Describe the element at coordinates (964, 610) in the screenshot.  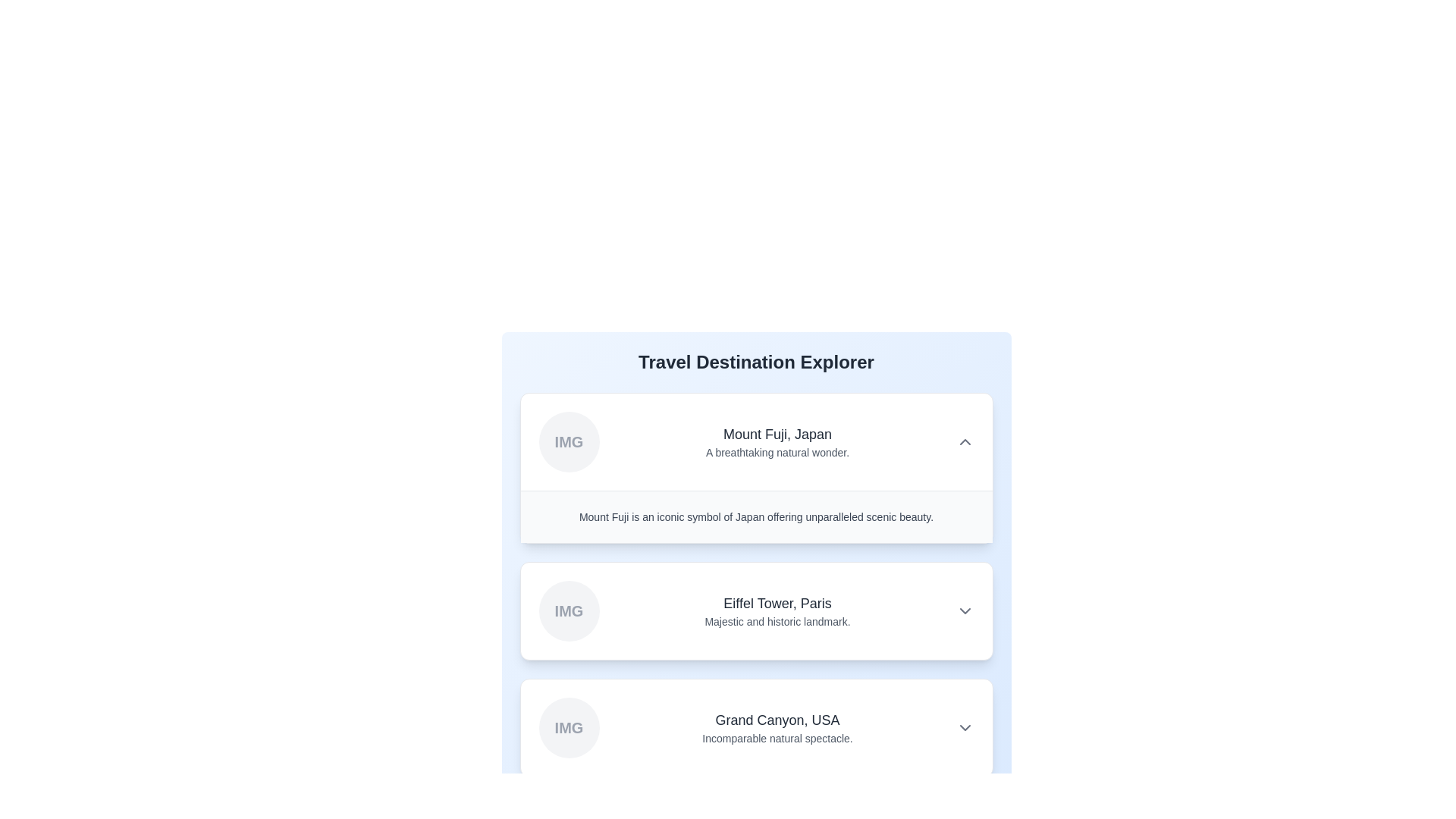
I see `the expand/collapse button for the destination Eiffel Tower, Paris` at that location.